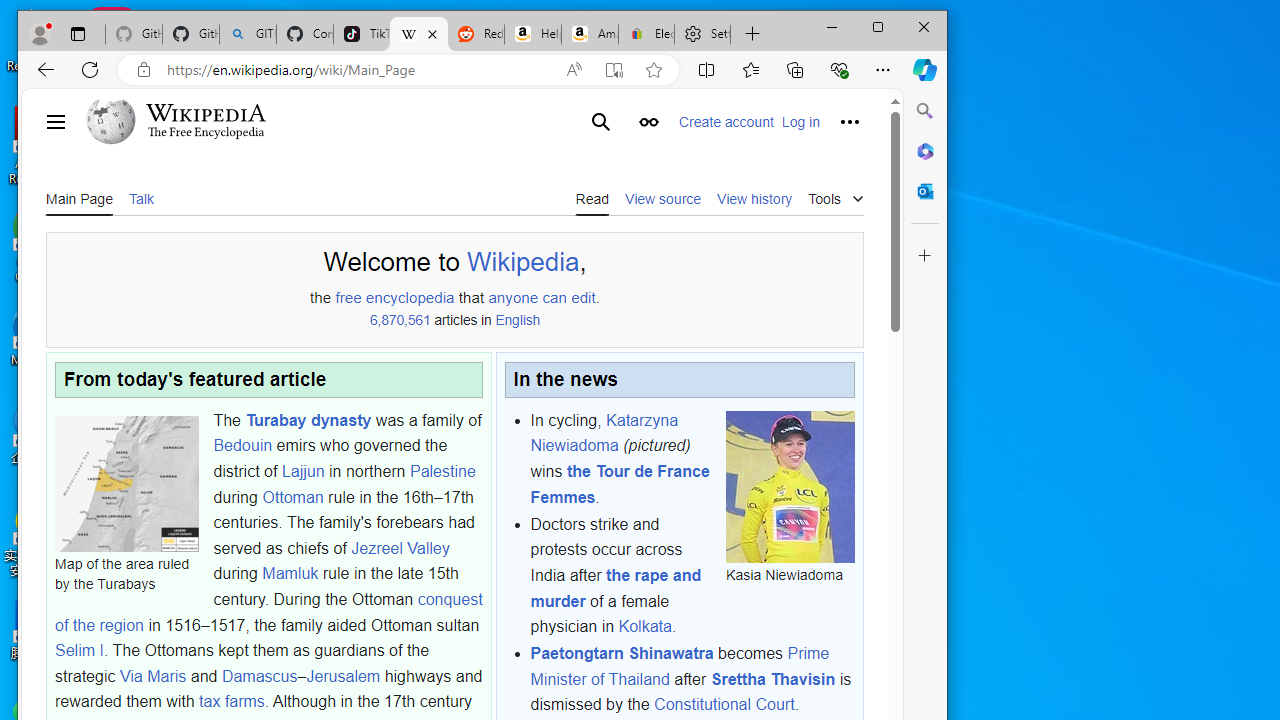 The height and width of the screenshot is (720, 1280). Describe the element at coordinates (800, 122) in the screenshot. I see `'Log in'` at that location.